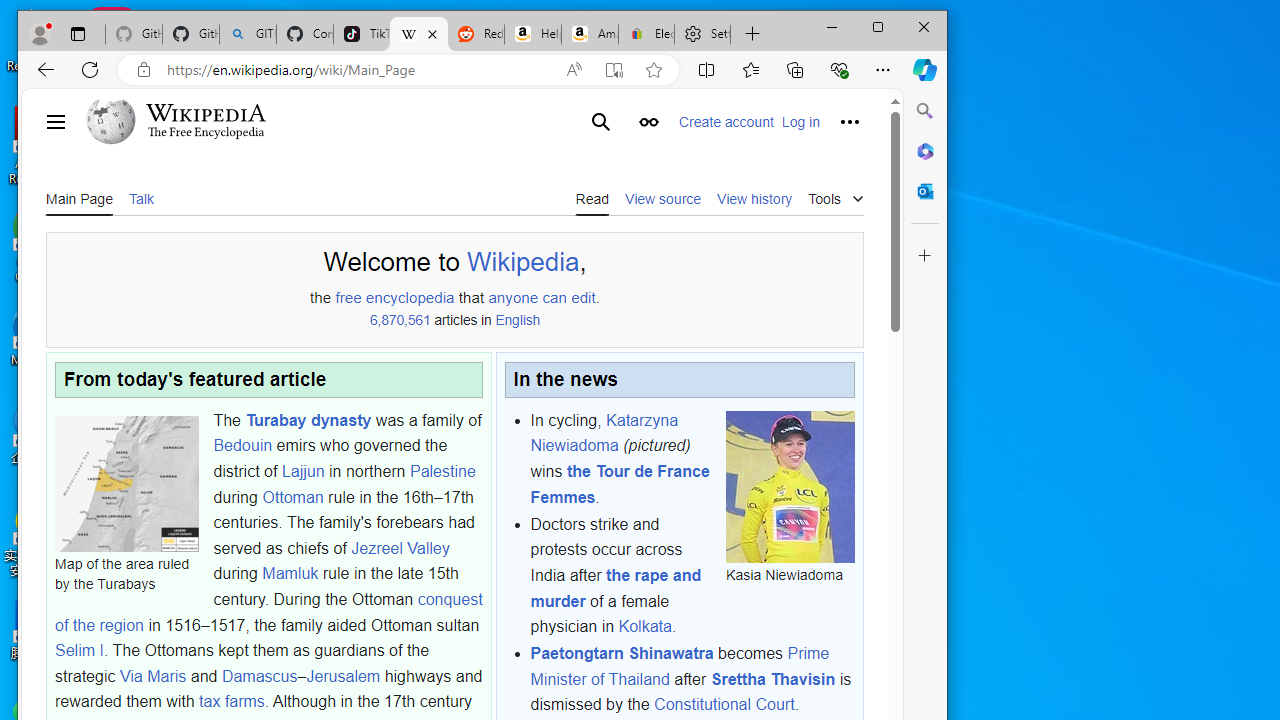 The height and width of the screenshot is (720, 1280). Describe the element at coordinates (800, 122) in the screenshot. I see `'Log in'` at that location.